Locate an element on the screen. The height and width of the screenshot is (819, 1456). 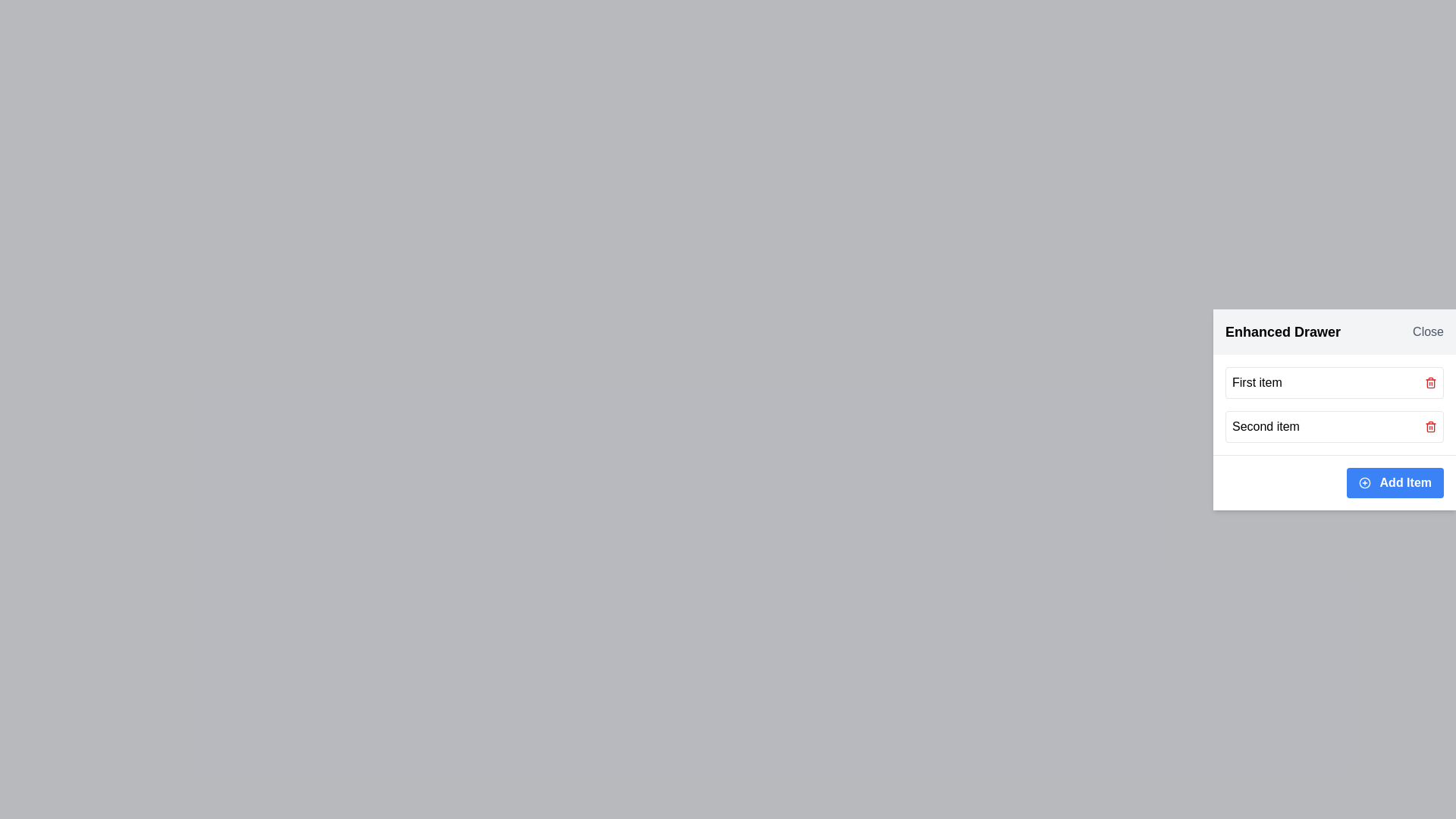
the circular icon with a plus sign located to the left of the 'Add Item' button is located at coordinates (1364, 483).